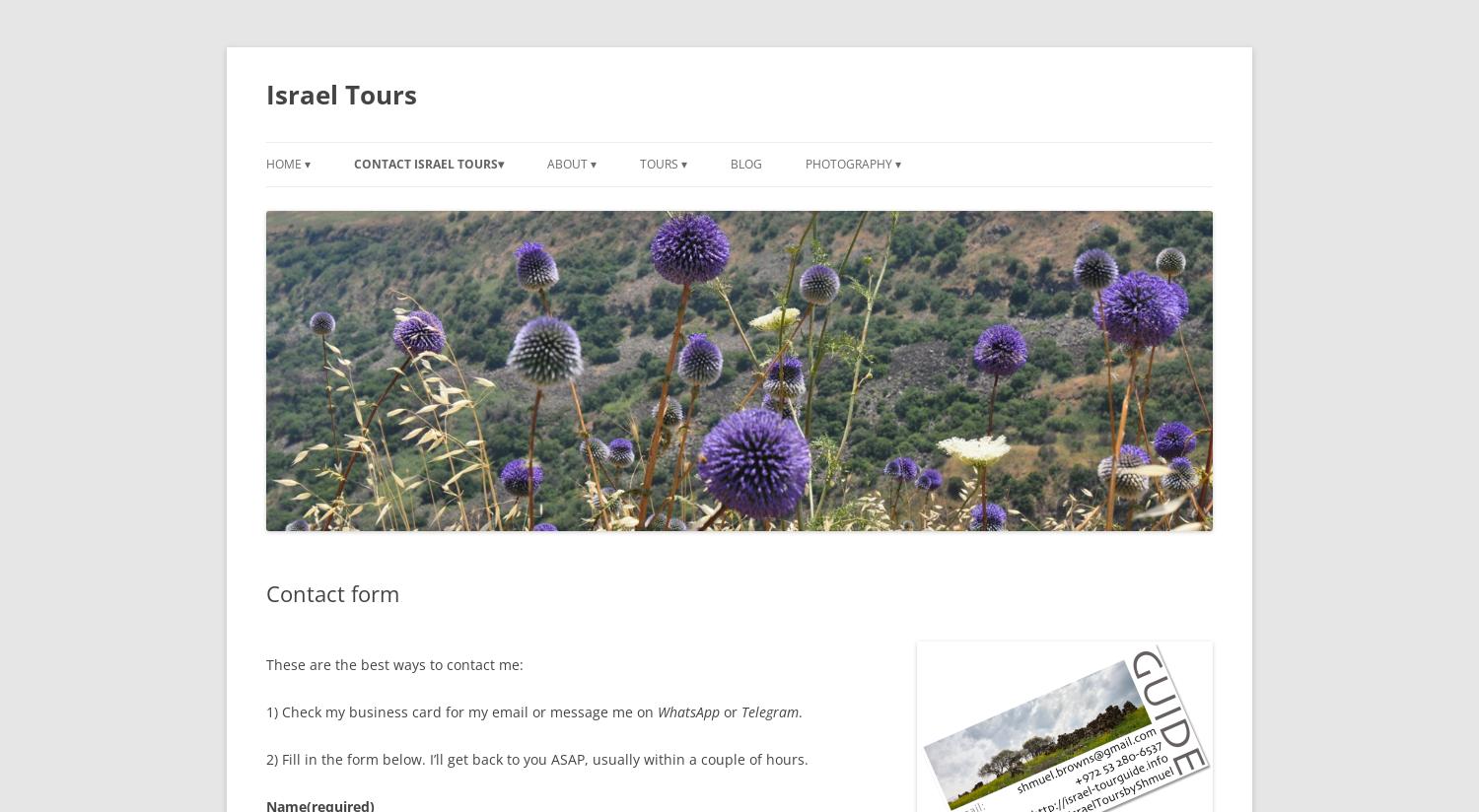 This screenshot has width=1479, height=812. What do you see at coordinates (266, 664) in the screenshot?
I see `'These are the best ways to contact me:'` at bounding box center [266, 664].